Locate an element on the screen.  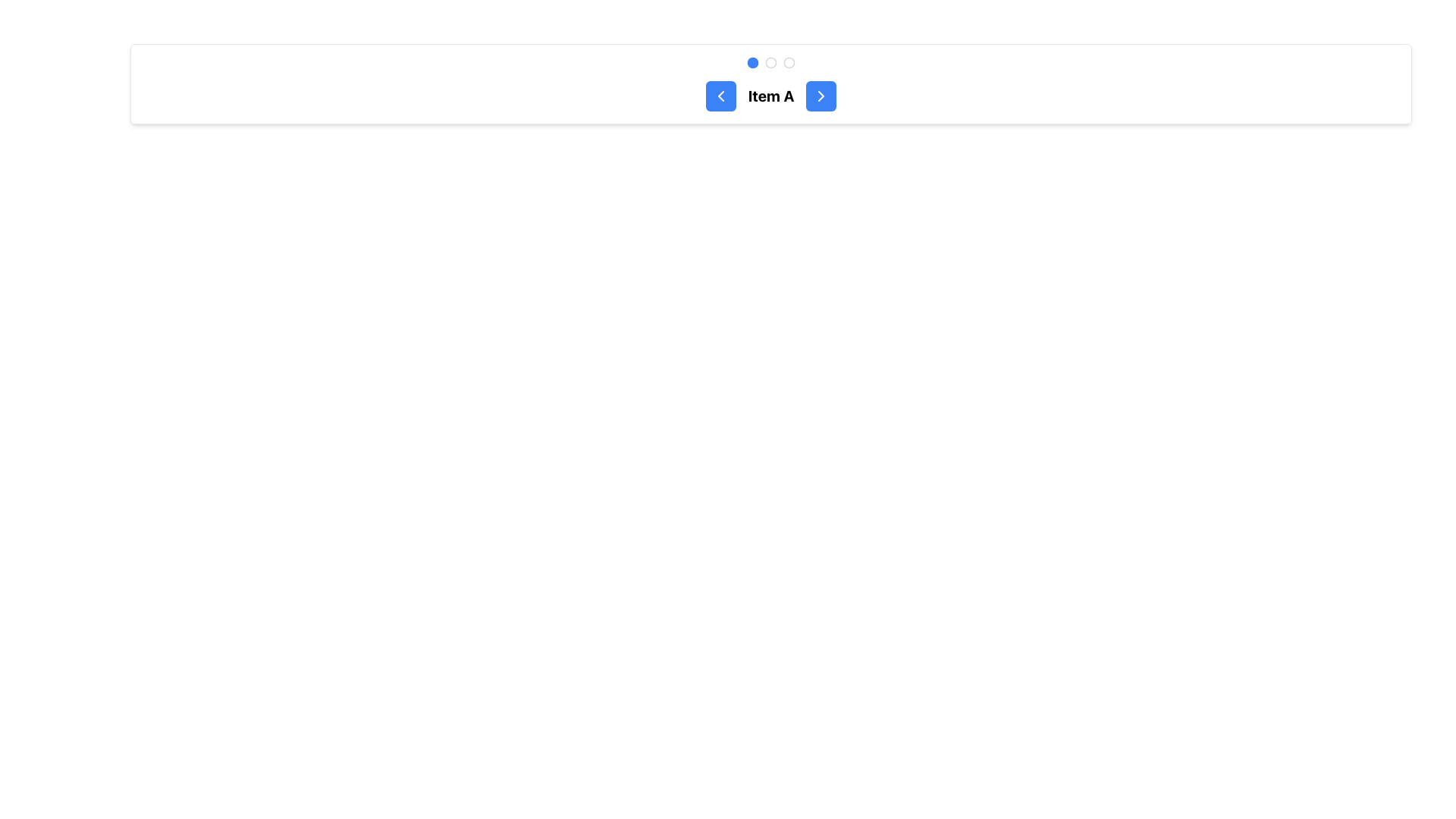
the blue button with a white left-pointing chevron arrow icon located on the left side of the navigation components is located at coordinates (720, 96).